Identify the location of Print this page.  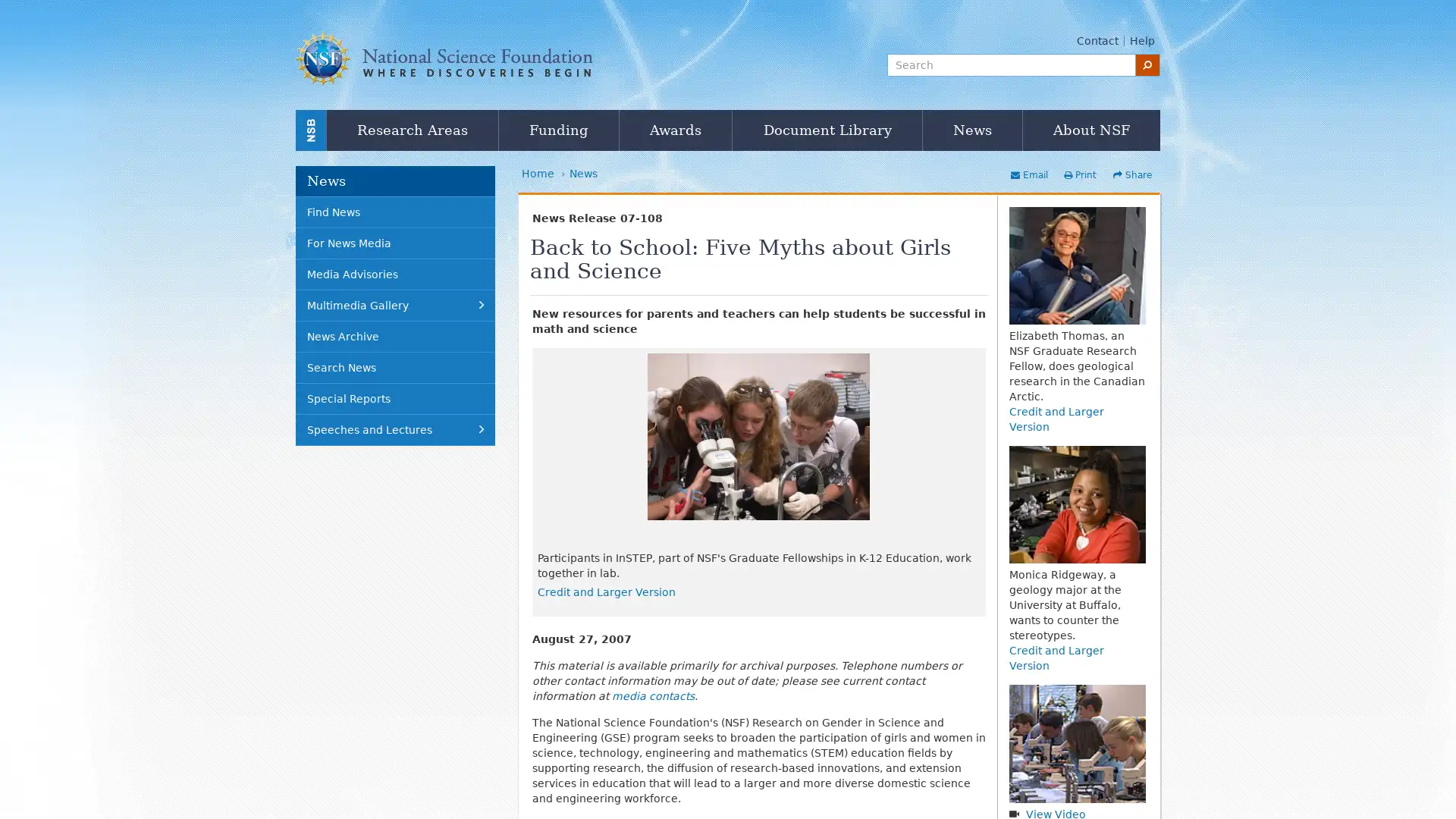
(1078, 174).